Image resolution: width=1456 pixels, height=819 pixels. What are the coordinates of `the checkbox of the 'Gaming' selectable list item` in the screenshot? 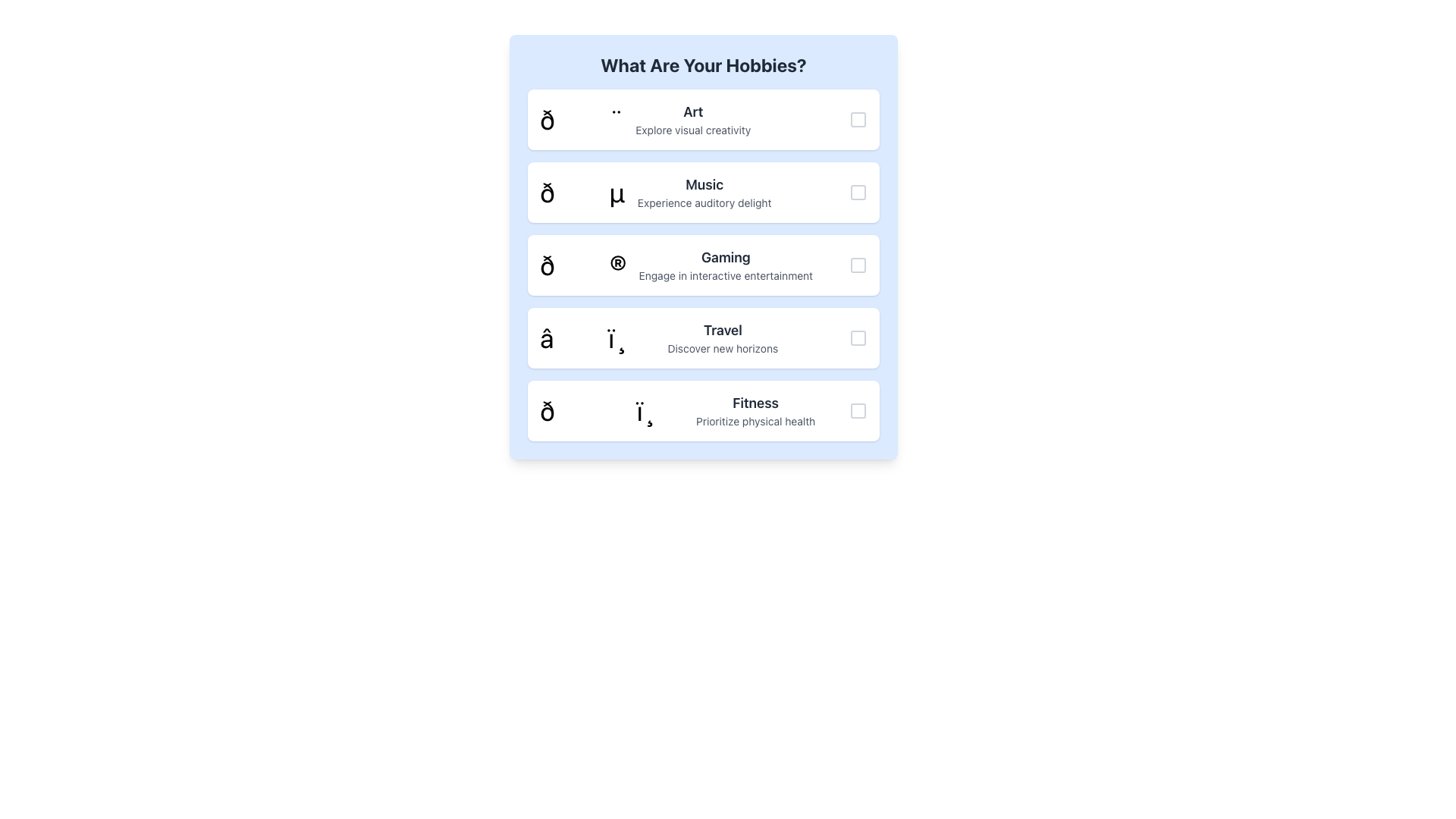 It's located at (702, 265).